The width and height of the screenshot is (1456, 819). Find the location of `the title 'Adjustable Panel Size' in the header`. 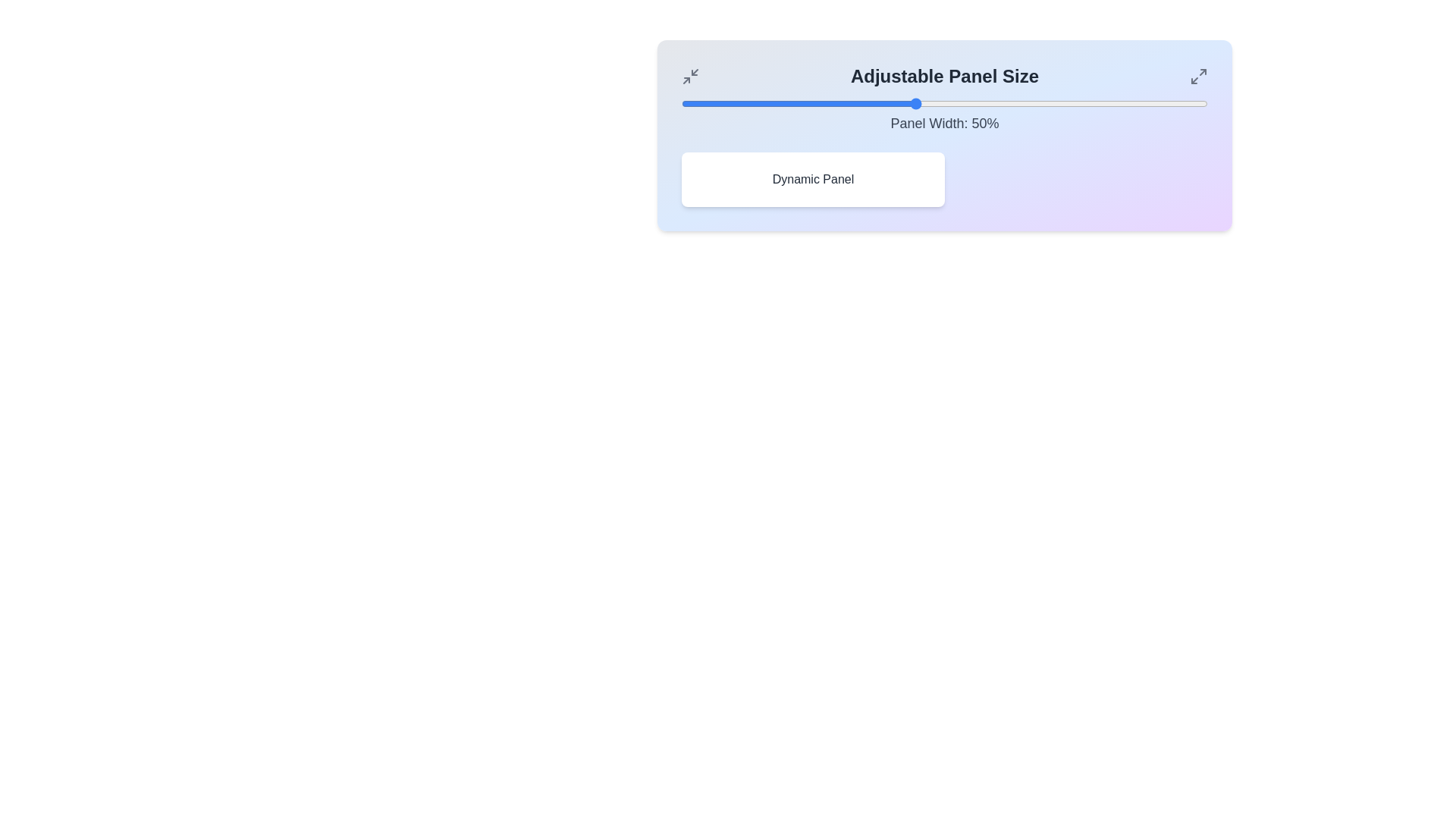

the title 'Adjustable Panel Size' in the header is located at coordinates (944, 76).